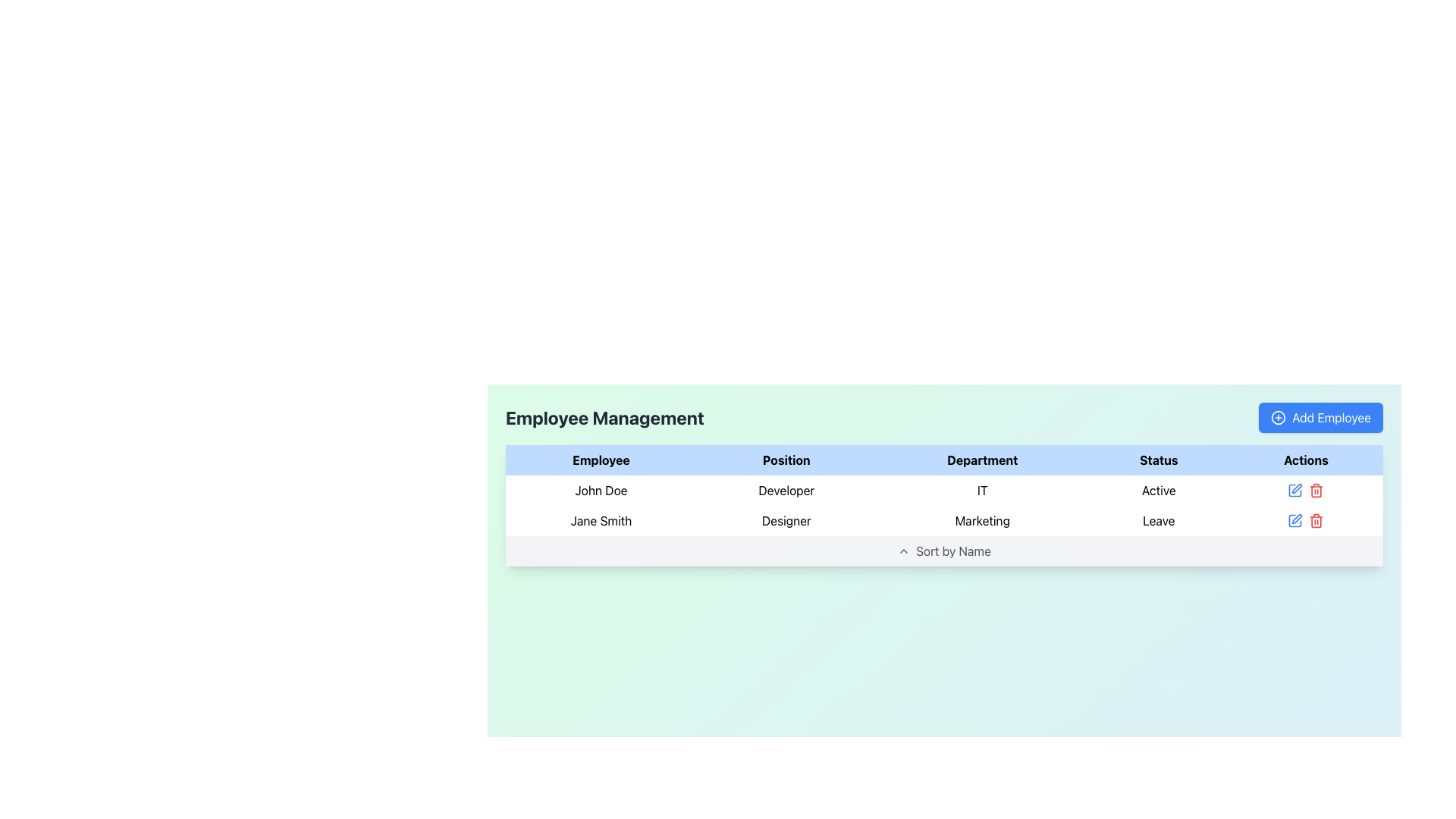  I want to click on the 'Active' text element in the 'Status' column for the employee 'John Doe' within the table, so click(1158, 491).